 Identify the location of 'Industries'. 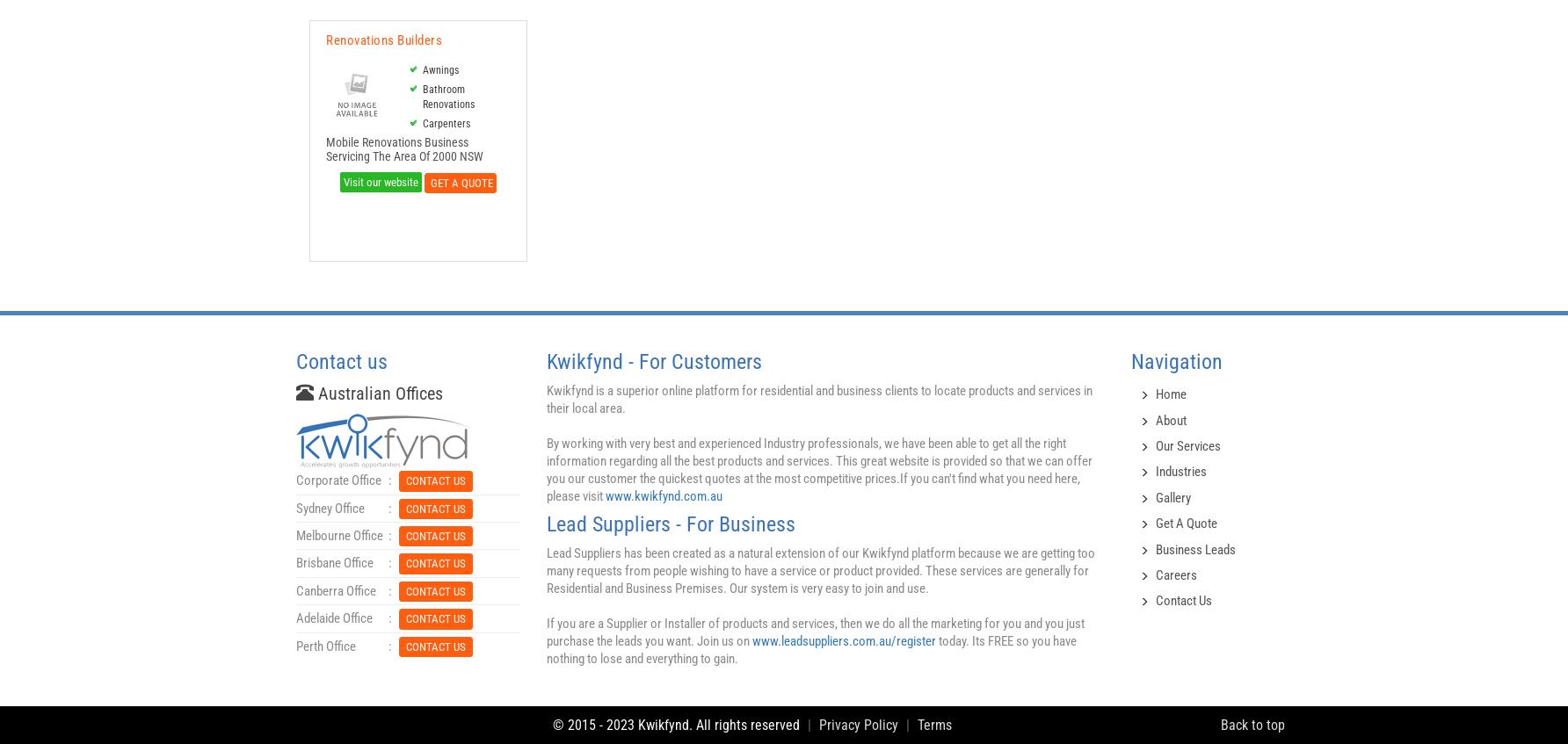
(1181, 470).